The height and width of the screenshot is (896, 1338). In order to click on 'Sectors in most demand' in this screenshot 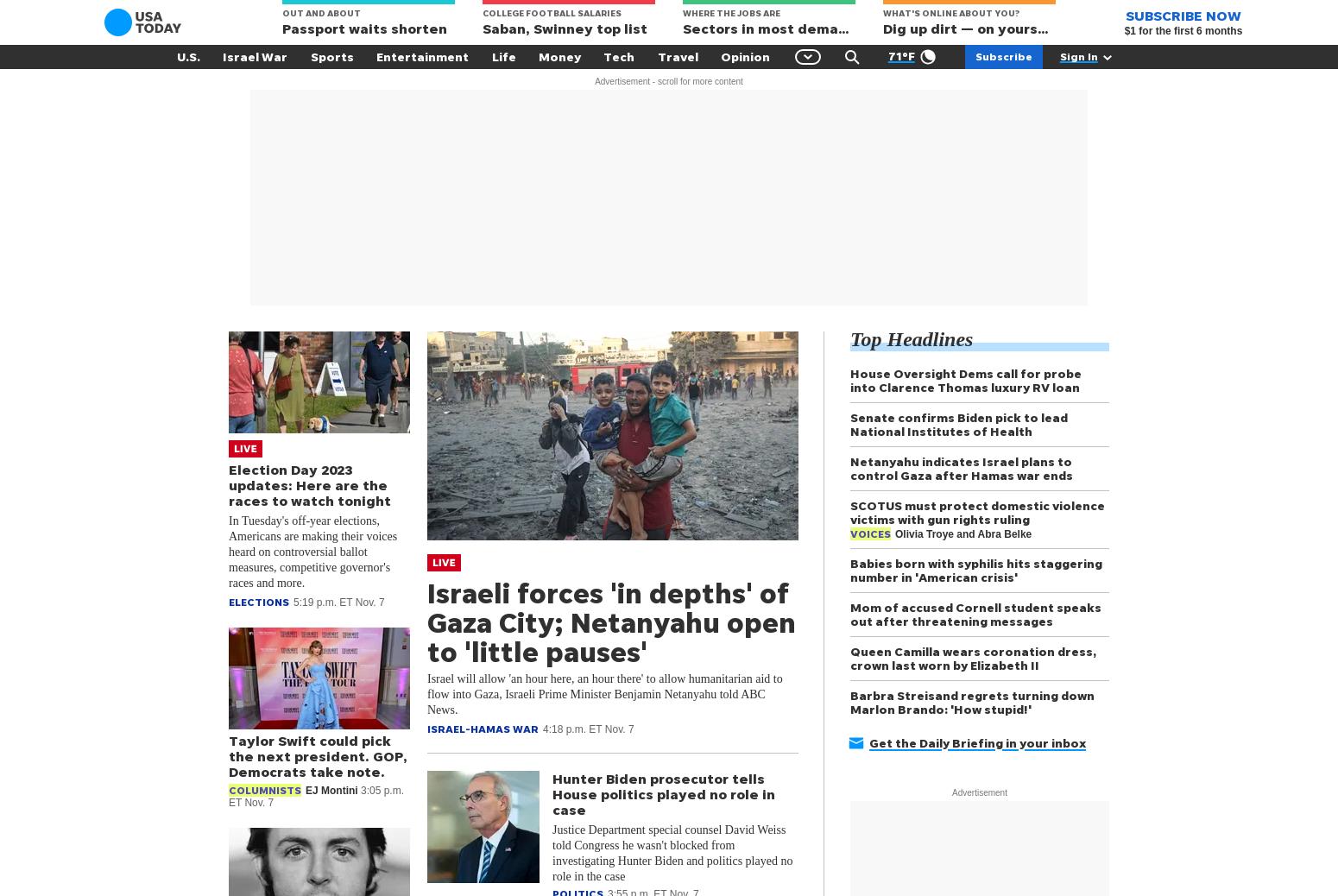, I will do `click(681, 28)`.